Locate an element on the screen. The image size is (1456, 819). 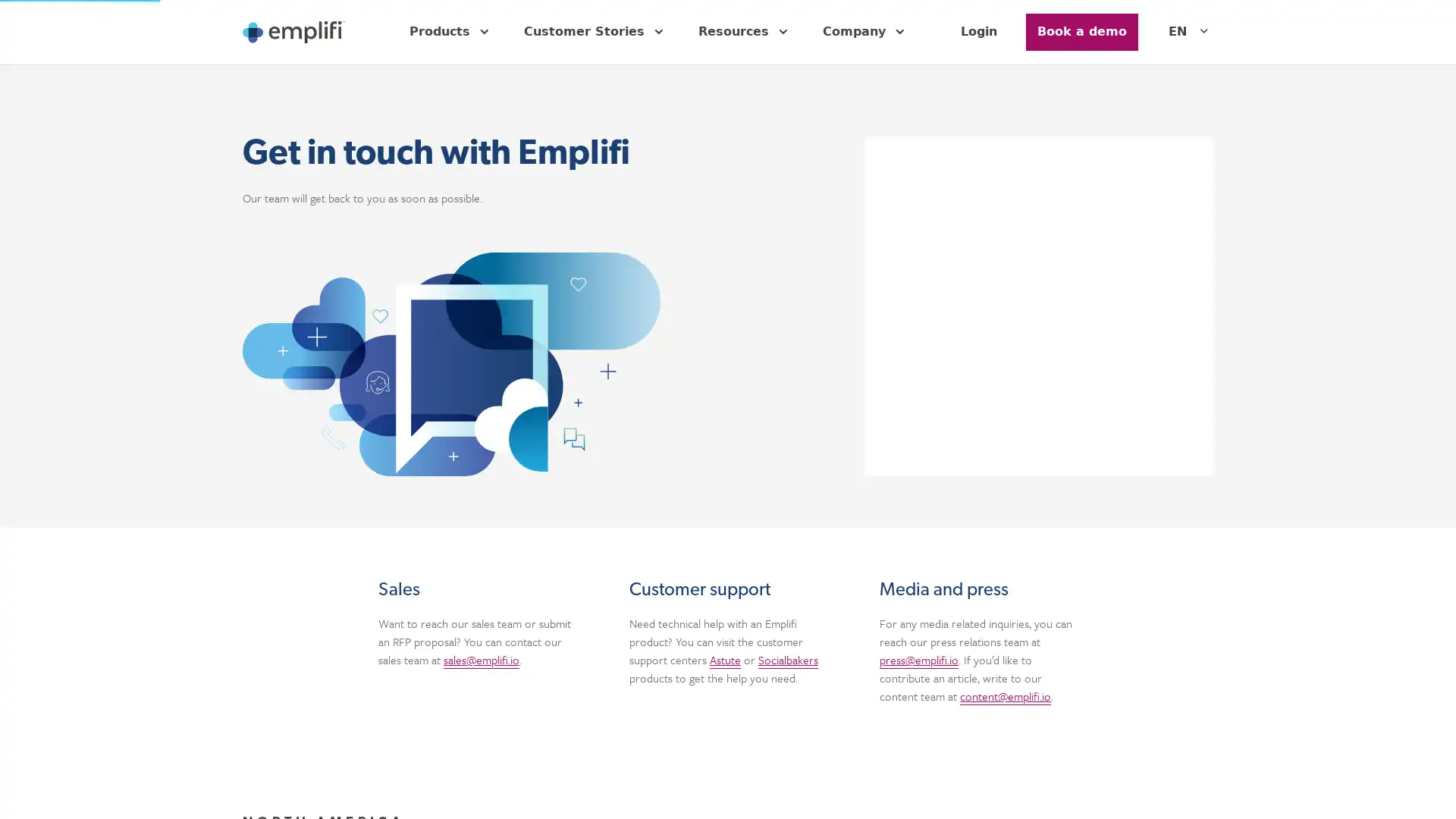
EN is located at coordinates (1190, 32).